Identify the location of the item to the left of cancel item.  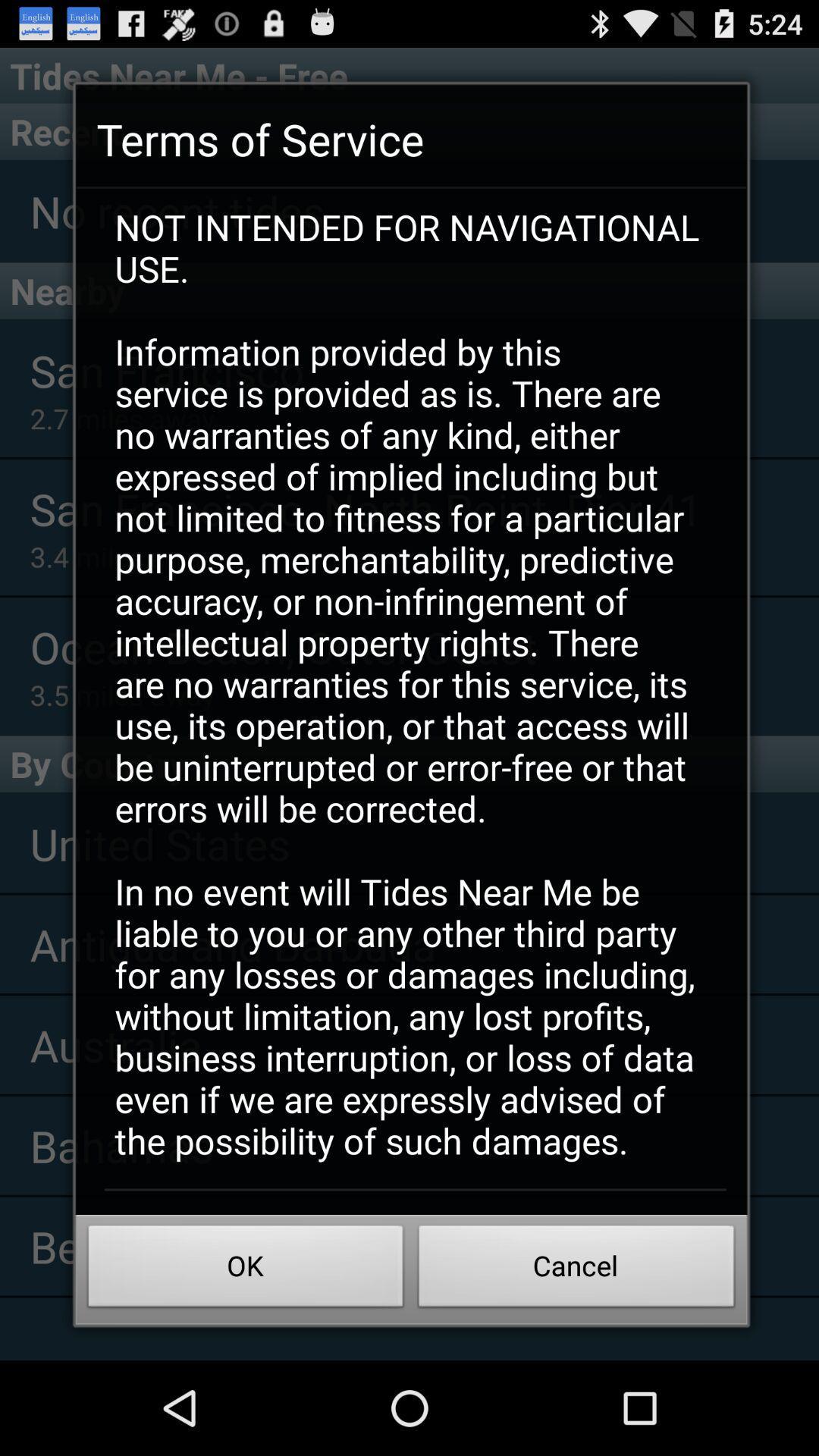
(245, 1270).